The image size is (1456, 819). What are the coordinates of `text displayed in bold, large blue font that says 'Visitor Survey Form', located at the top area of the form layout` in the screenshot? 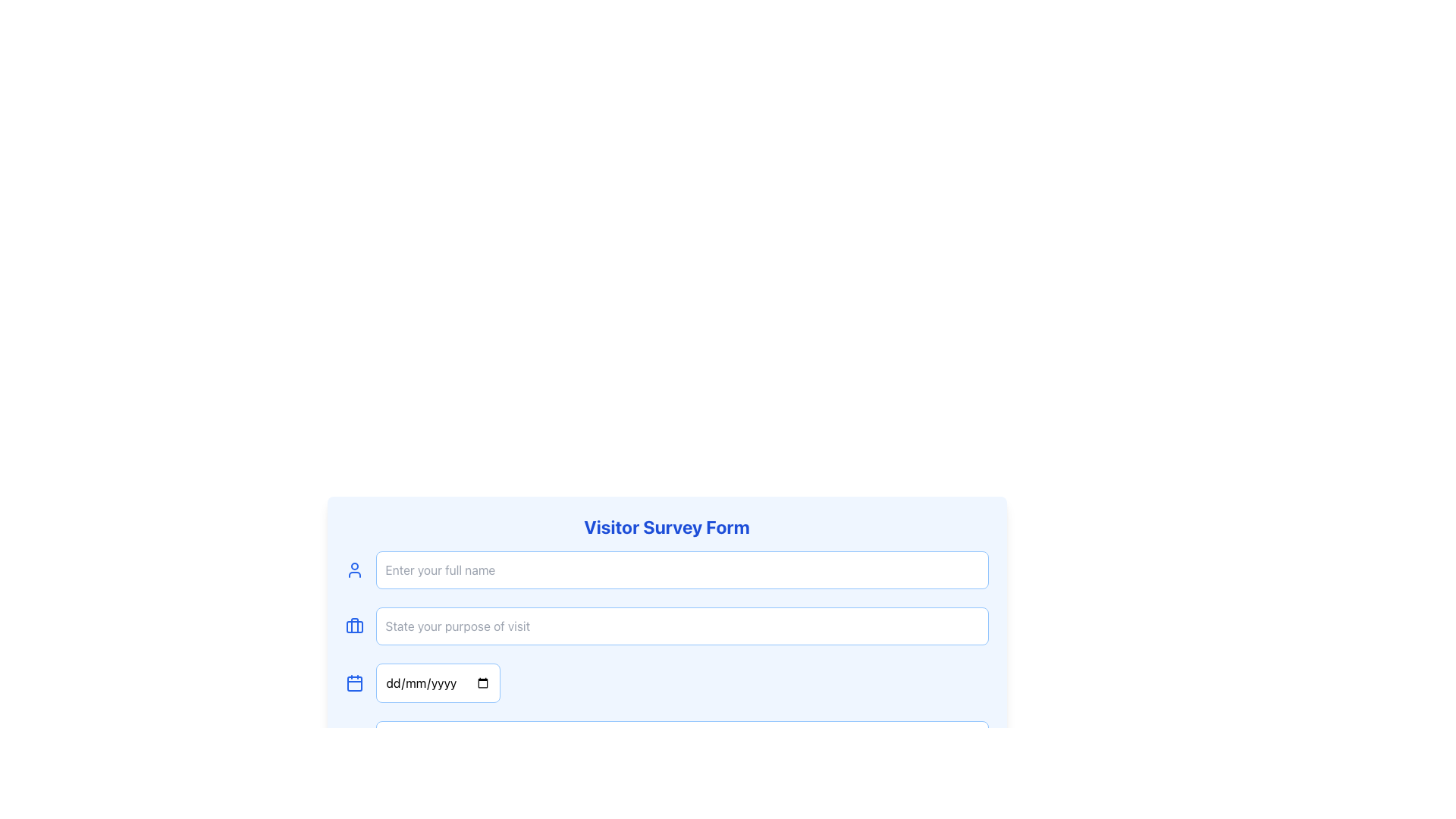 It's located at (667, 526).